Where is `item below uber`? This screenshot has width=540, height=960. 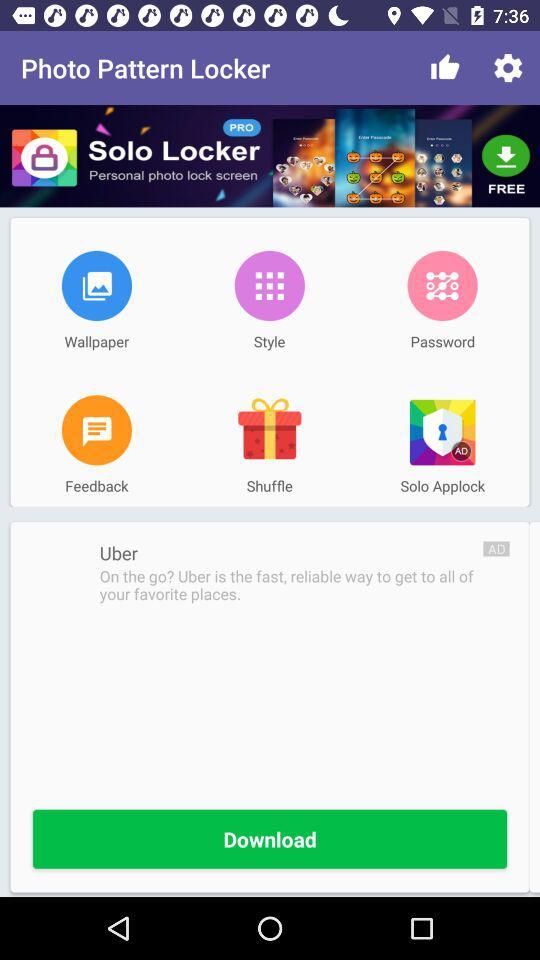 item below uber is located at coordinates (290, 585).